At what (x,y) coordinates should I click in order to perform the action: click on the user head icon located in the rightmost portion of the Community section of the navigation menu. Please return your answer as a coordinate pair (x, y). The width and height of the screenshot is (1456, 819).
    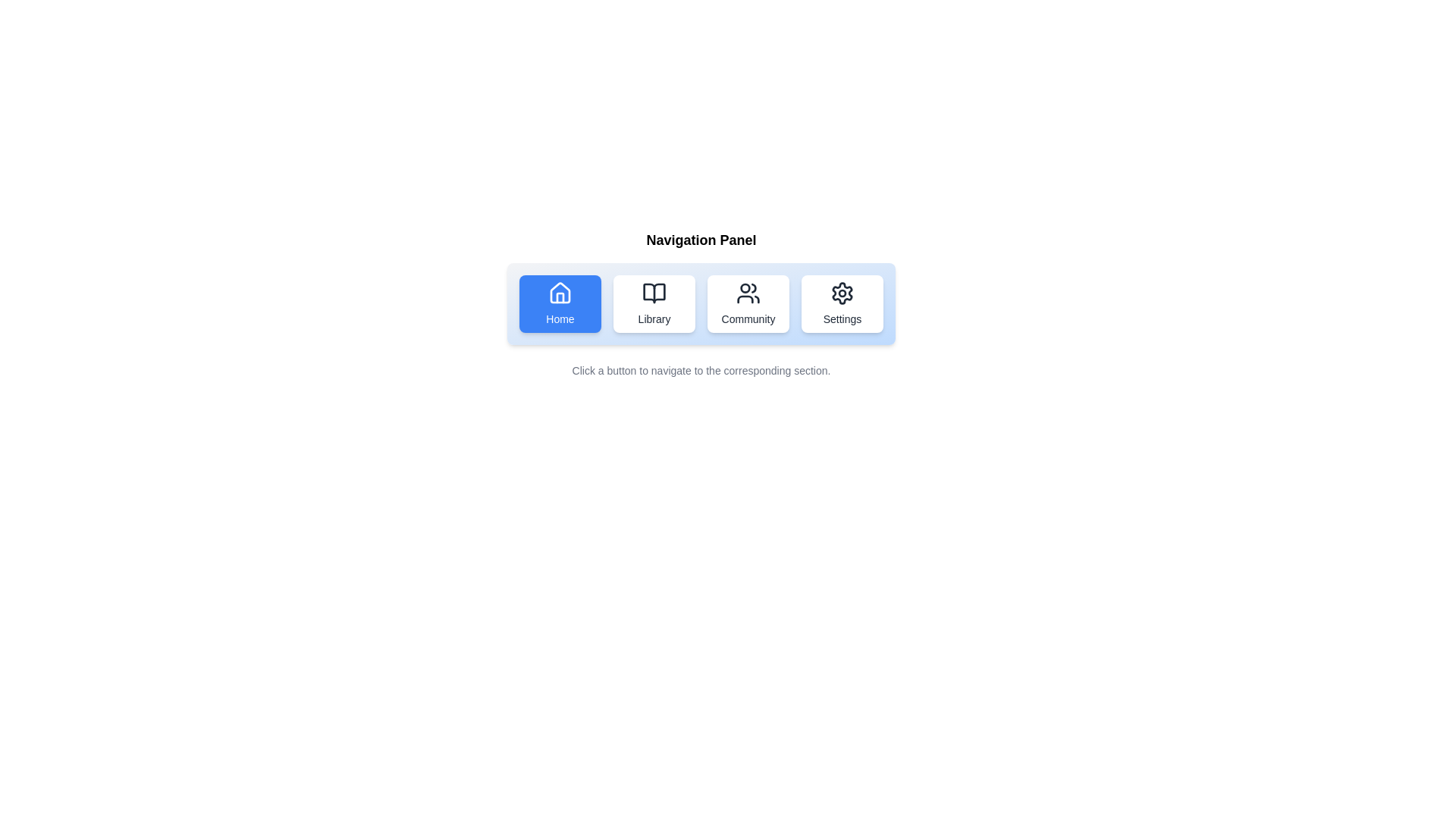
    Looking at the image, I should click on (754, 288).